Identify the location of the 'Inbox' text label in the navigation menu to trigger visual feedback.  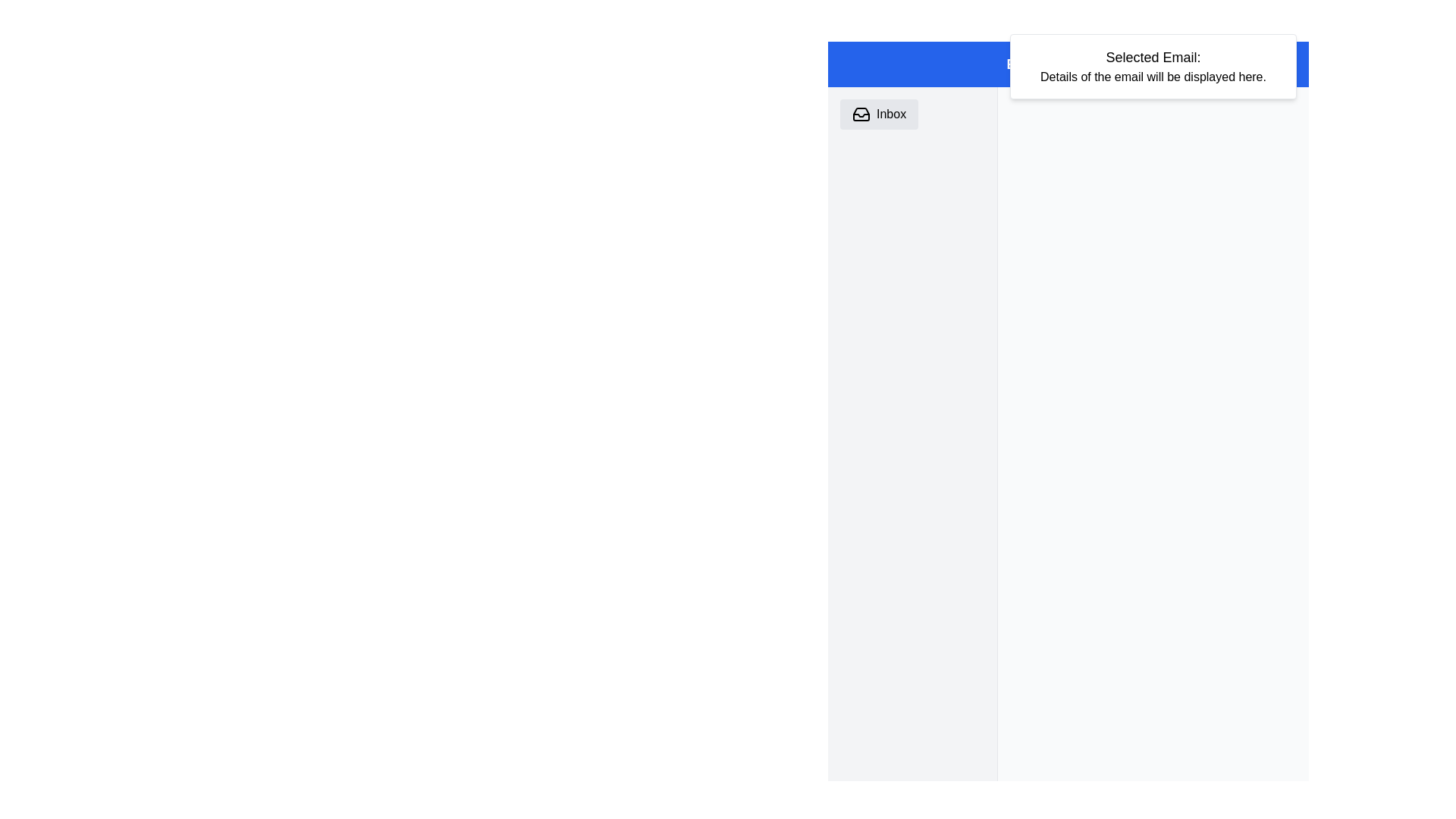
(891, 113).